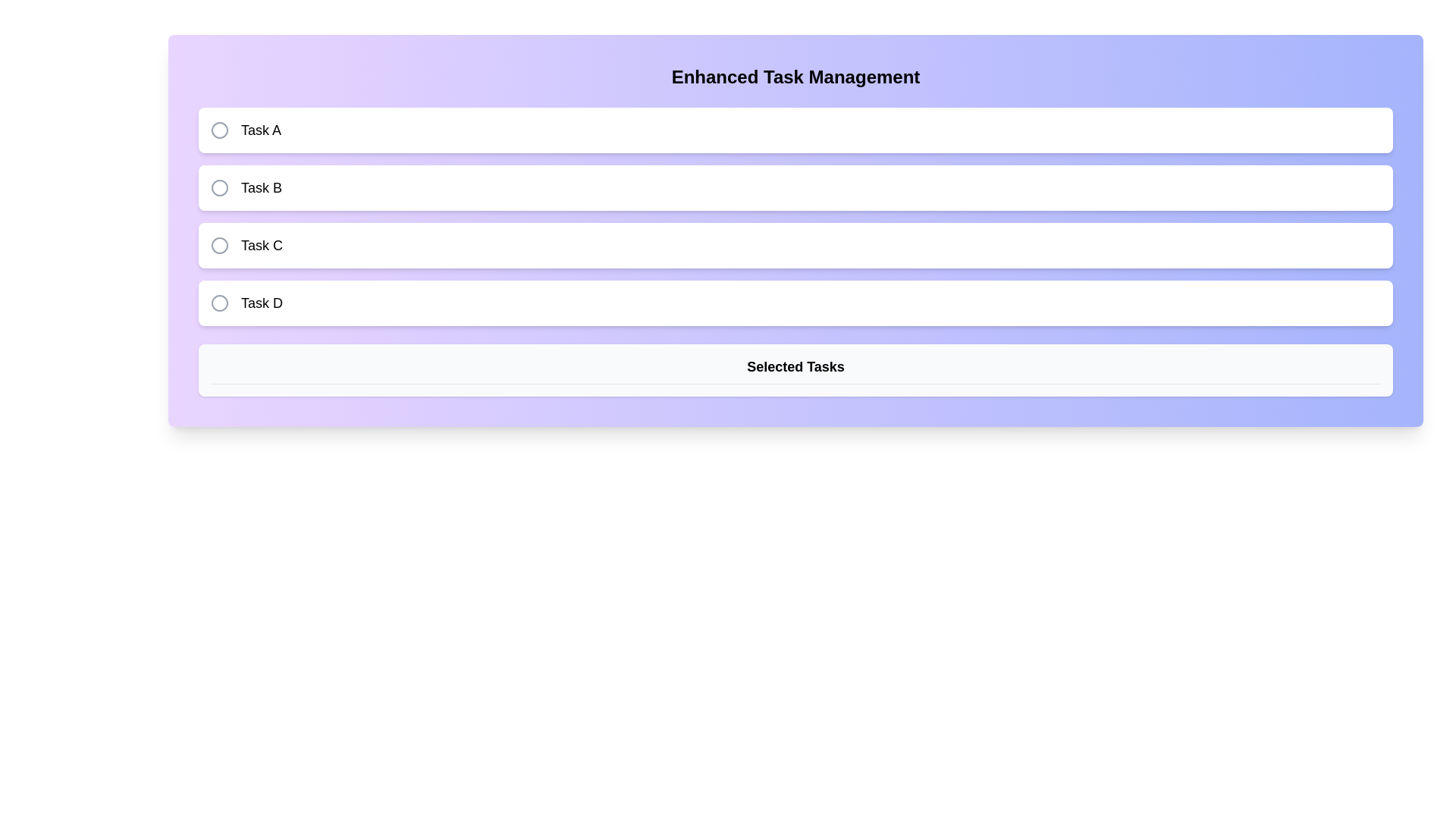  I want to click on the third selectable task item representing 'Task C' to initiate a related action, so click(795, 245).